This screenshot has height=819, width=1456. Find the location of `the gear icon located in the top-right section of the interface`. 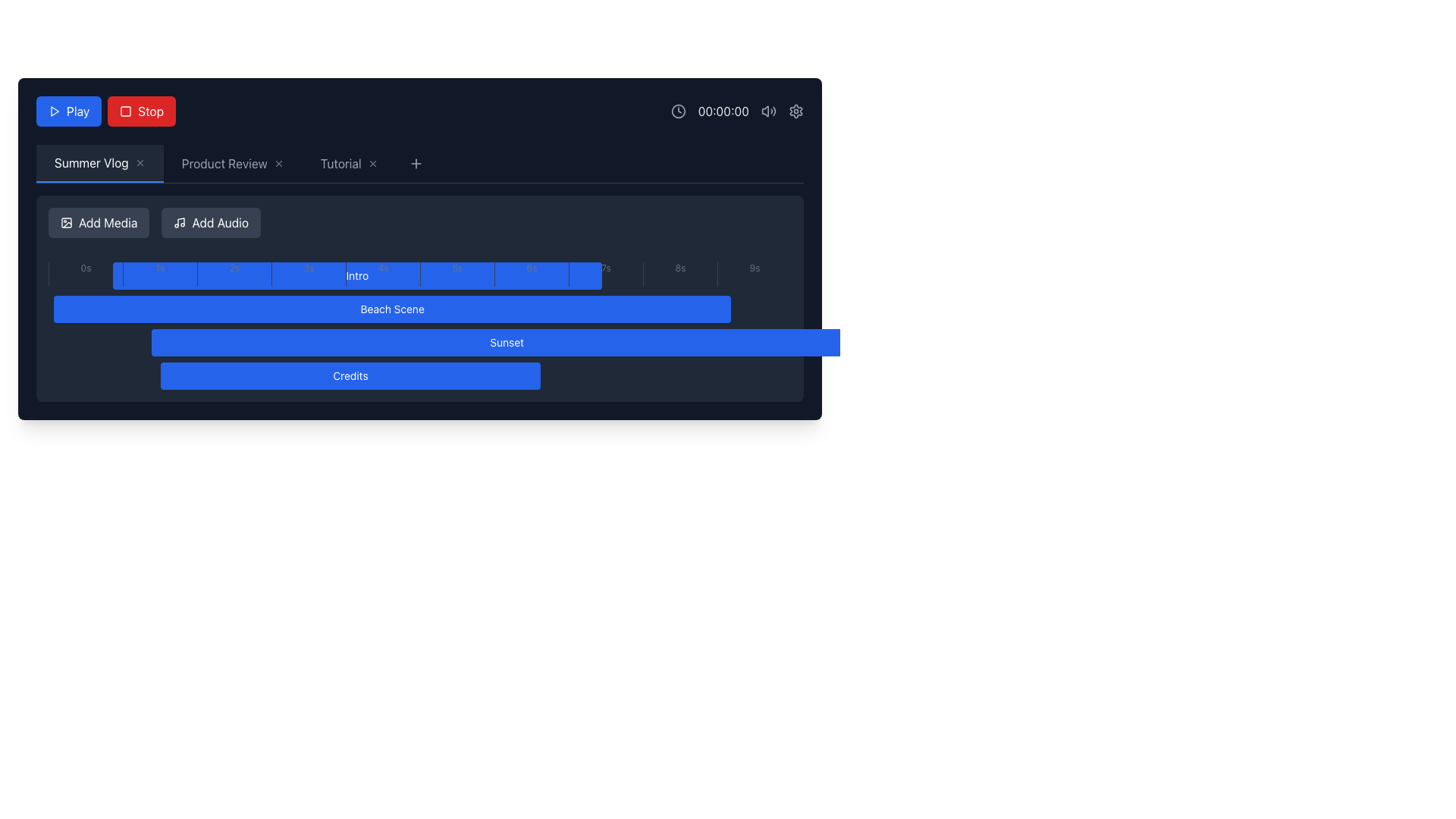

the gear icon located in the top-right section of the interface is located at coordinates (795, 110).